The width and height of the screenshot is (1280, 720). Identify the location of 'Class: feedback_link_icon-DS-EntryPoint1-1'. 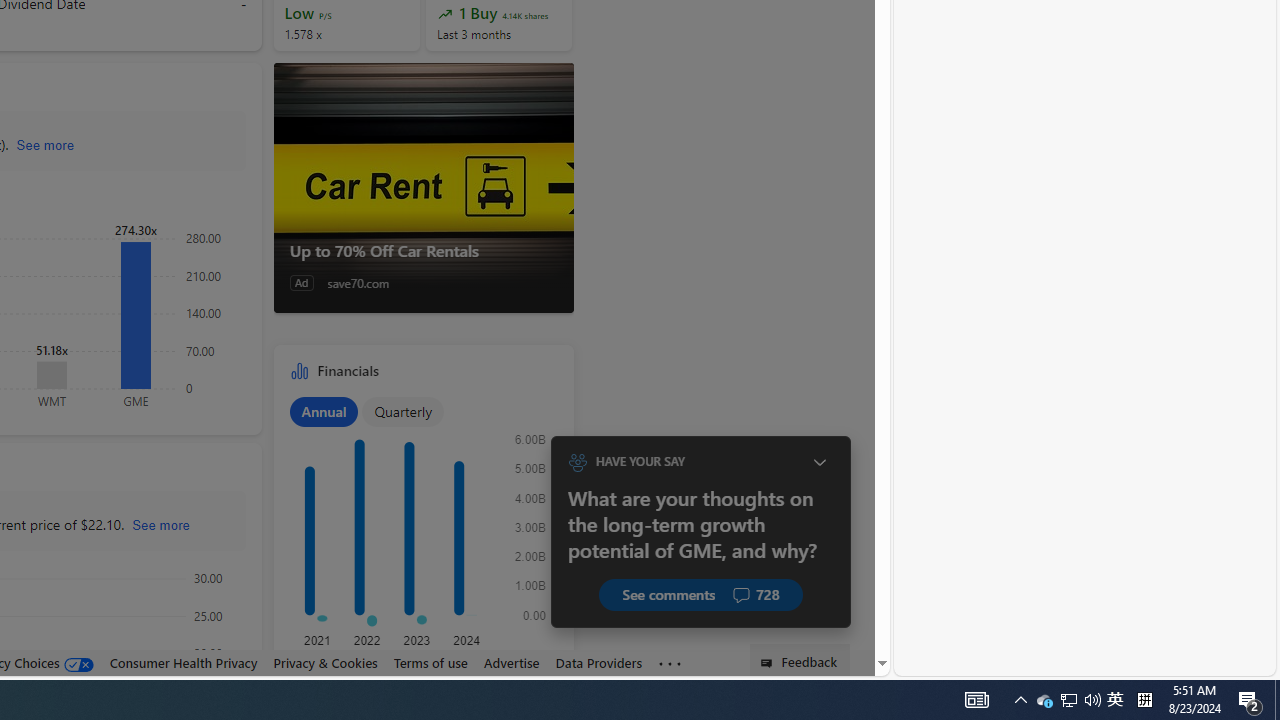
(769, 663).